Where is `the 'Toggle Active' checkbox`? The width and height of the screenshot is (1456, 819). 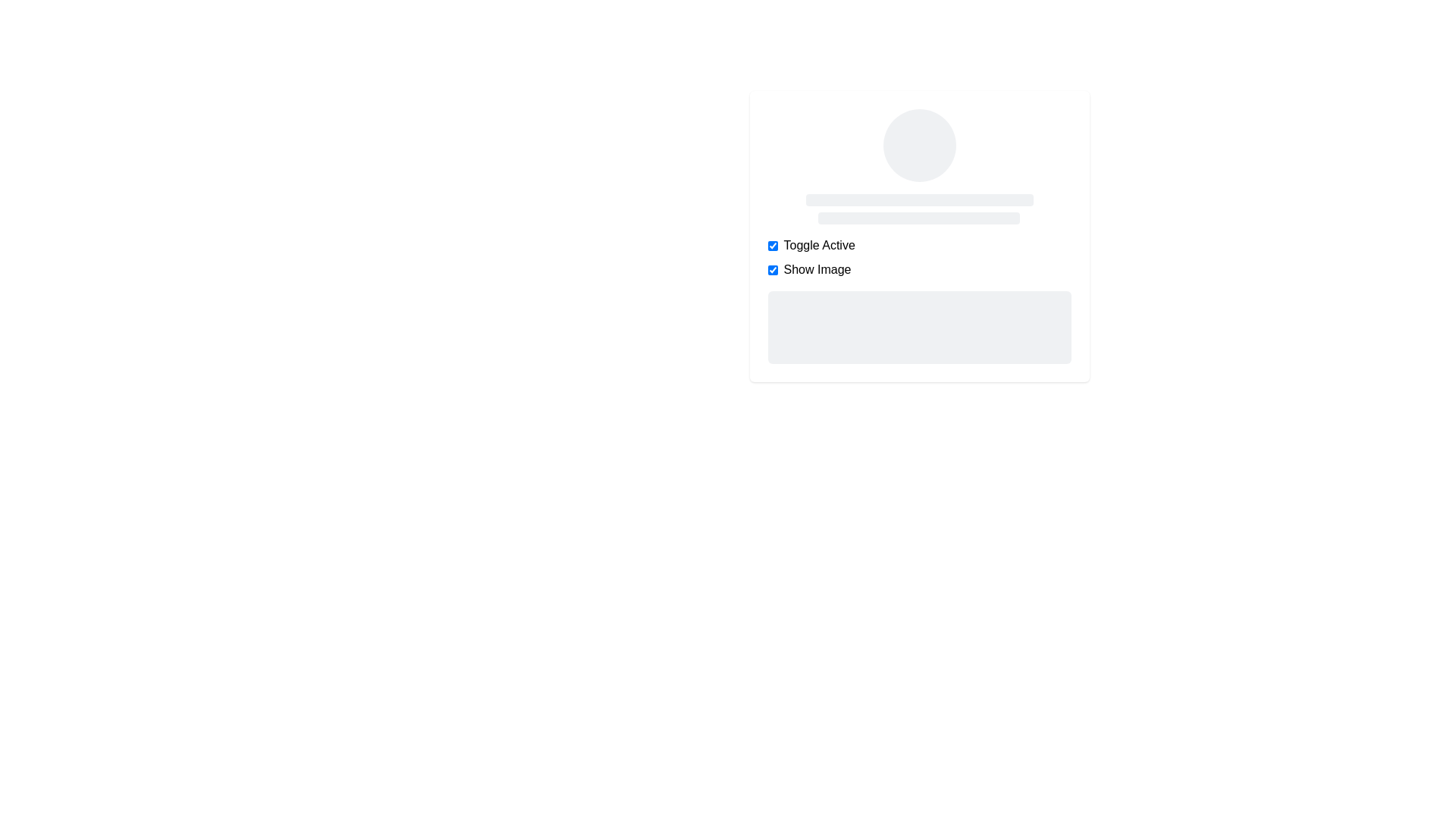
the 'Toggle Active' checkbox is located at coordinates (772, 245).